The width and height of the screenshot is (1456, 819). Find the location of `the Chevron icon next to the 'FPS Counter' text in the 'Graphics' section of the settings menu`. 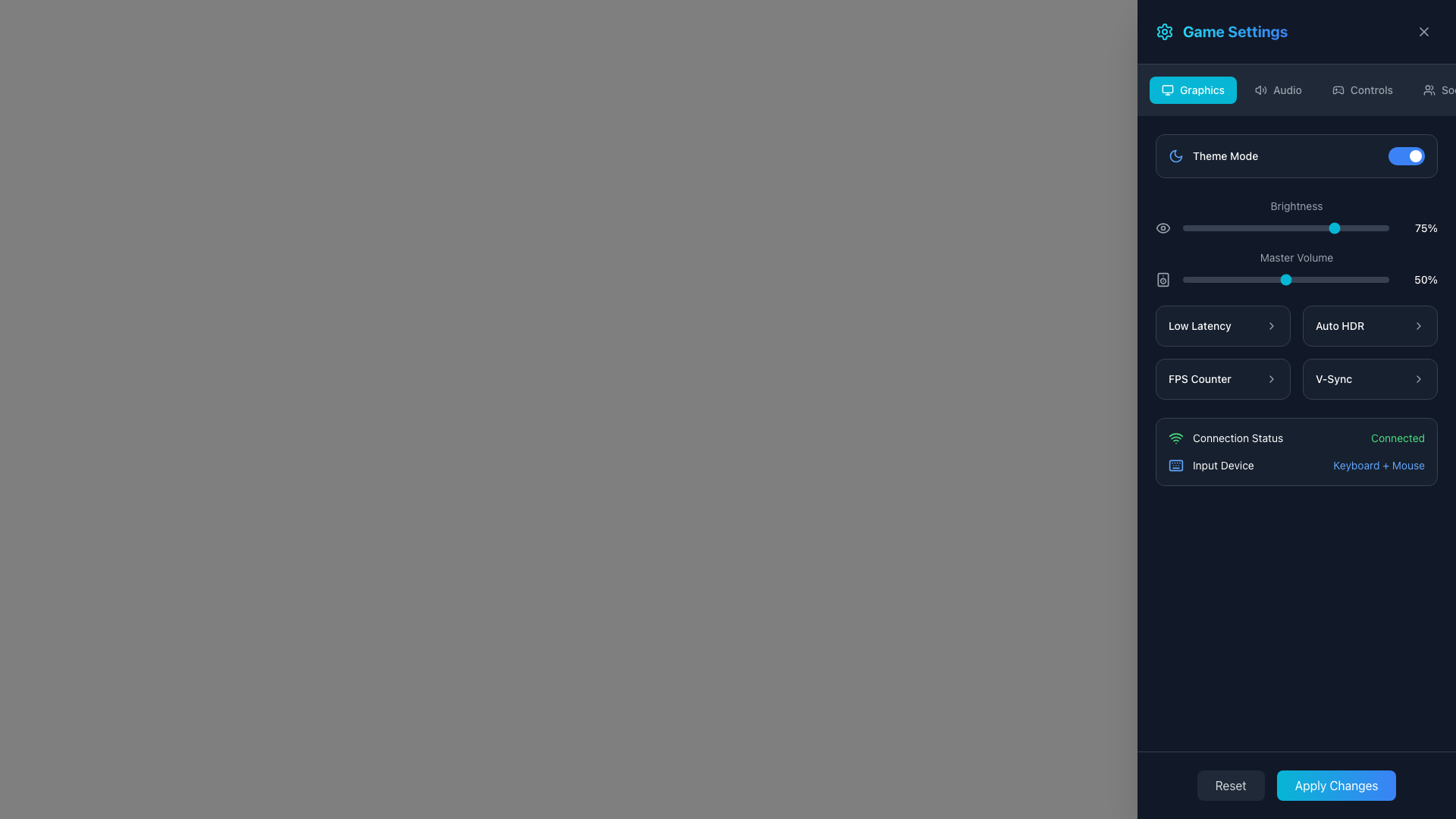

the Chevron icon next to the 'FPS Counter' text in the 'Graphics' section of the settings menu is located at coordinates (1271, 378).